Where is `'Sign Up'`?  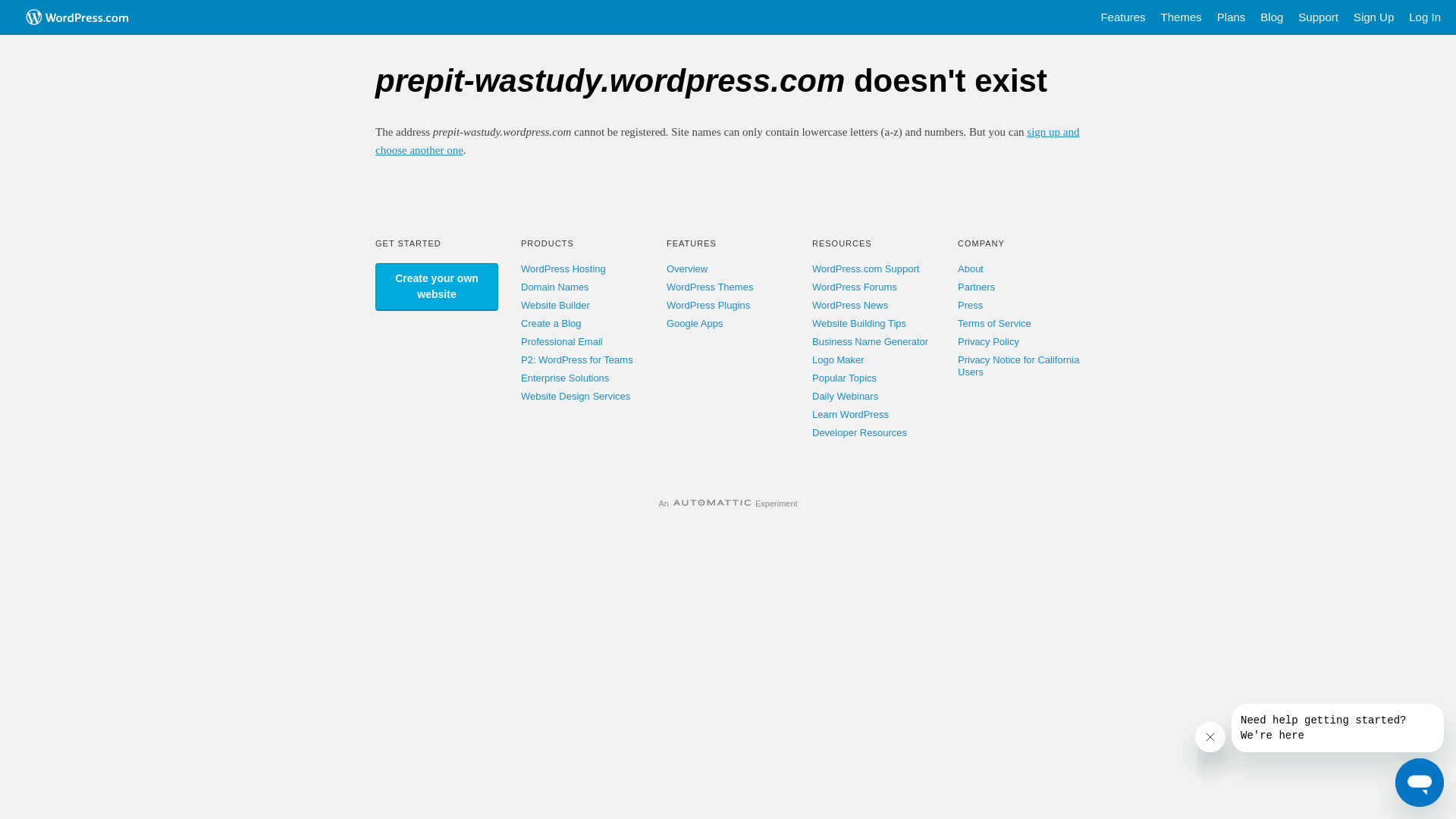 'Sign Up' is located at coordinates (1373, 17).